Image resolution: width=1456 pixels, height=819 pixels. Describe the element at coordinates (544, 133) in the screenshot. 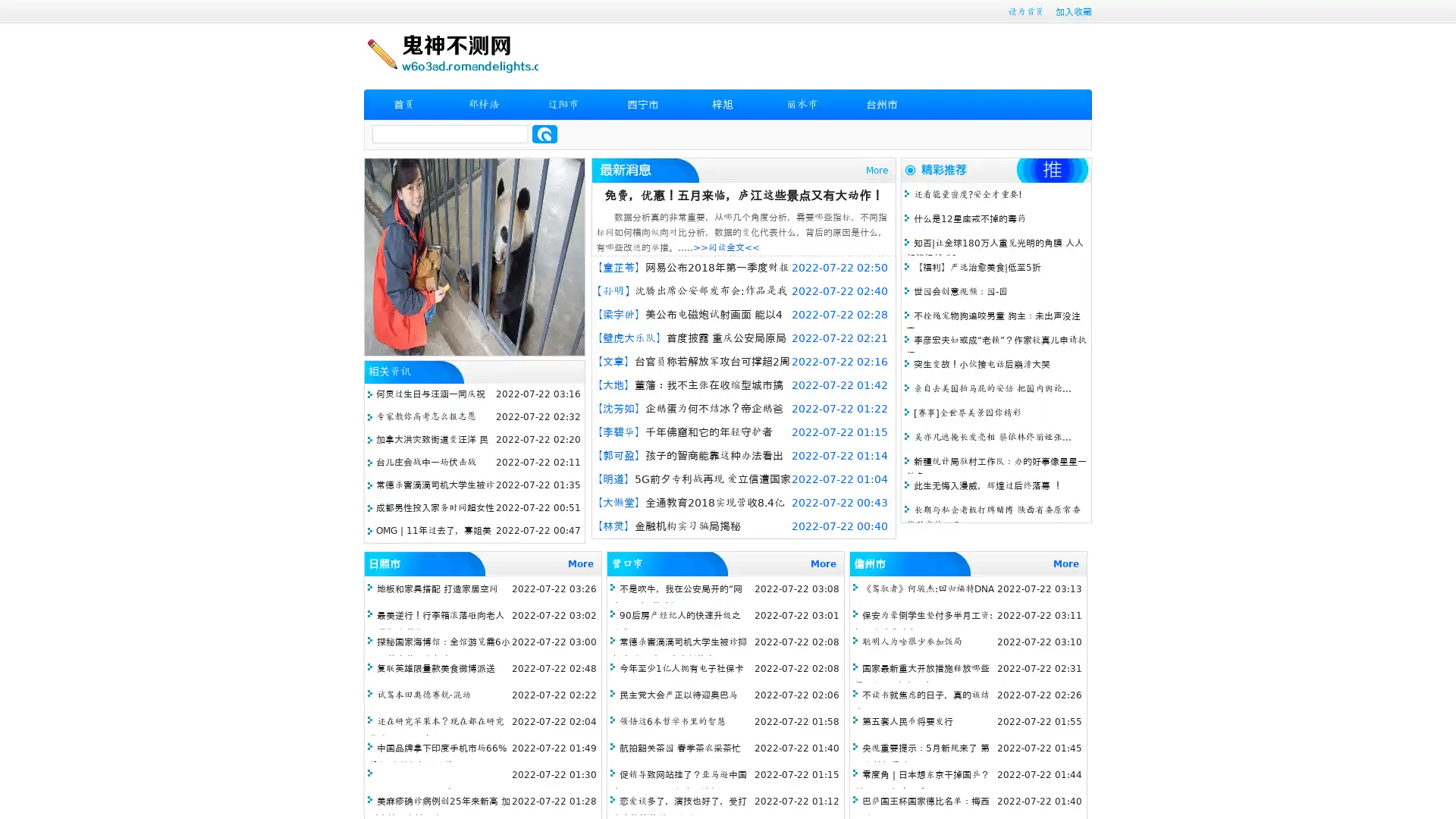

I see `Search` at that location.